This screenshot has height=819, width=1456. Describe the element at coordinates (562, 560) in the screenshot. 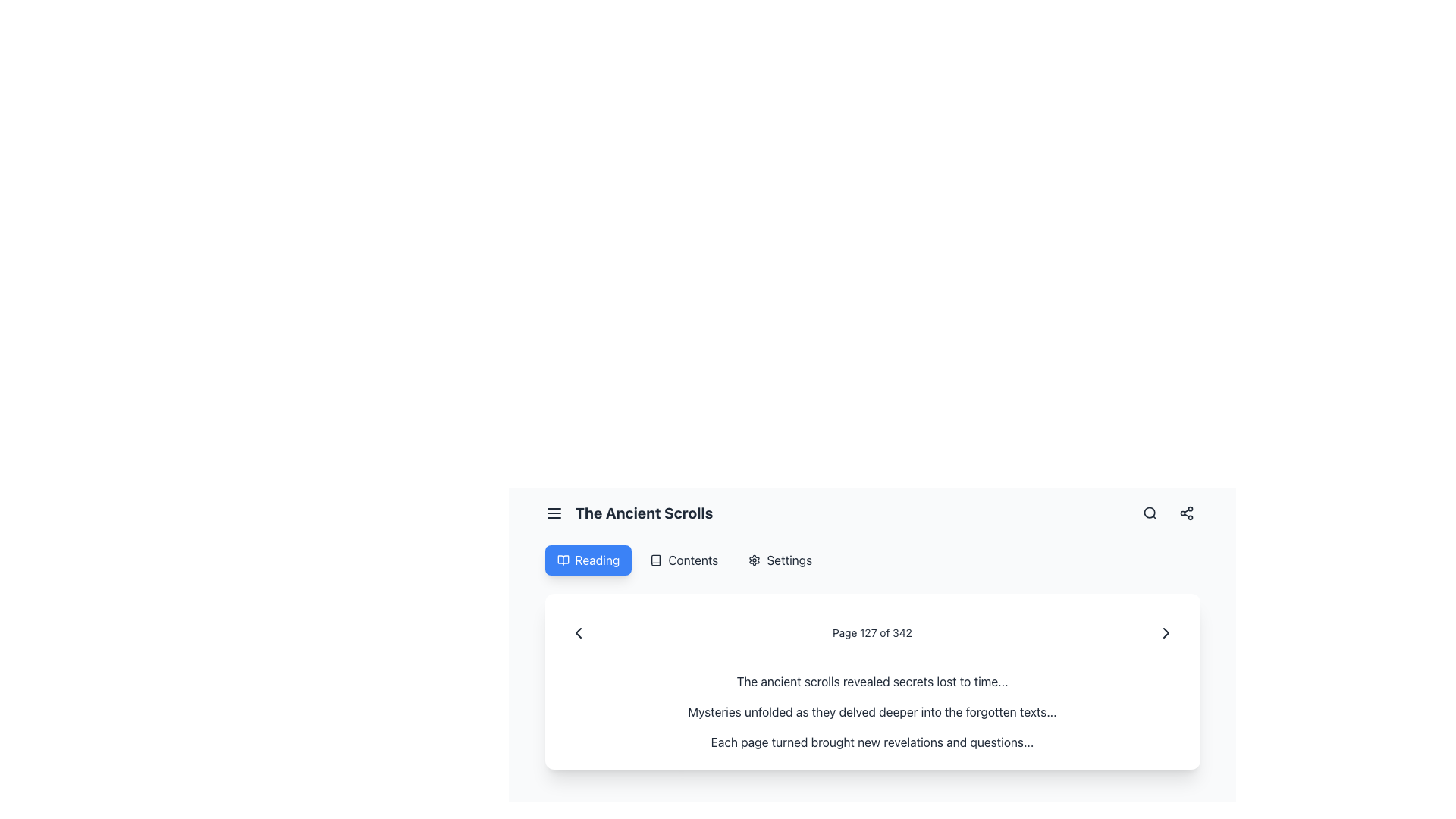

I see `the stylized book icon within the blue 'Reading' button` at that location.